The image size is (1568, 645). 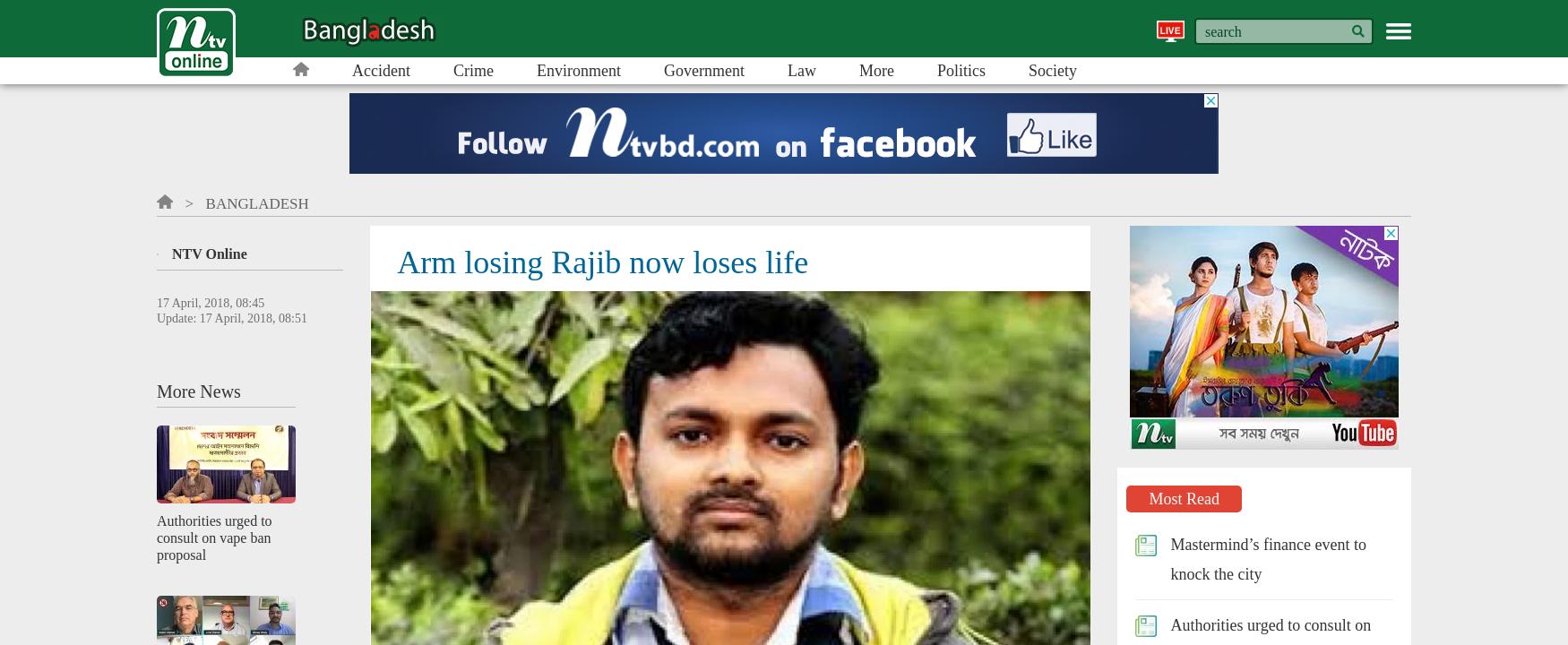 I want to click on 'Environment', so click(x=535, y=69).